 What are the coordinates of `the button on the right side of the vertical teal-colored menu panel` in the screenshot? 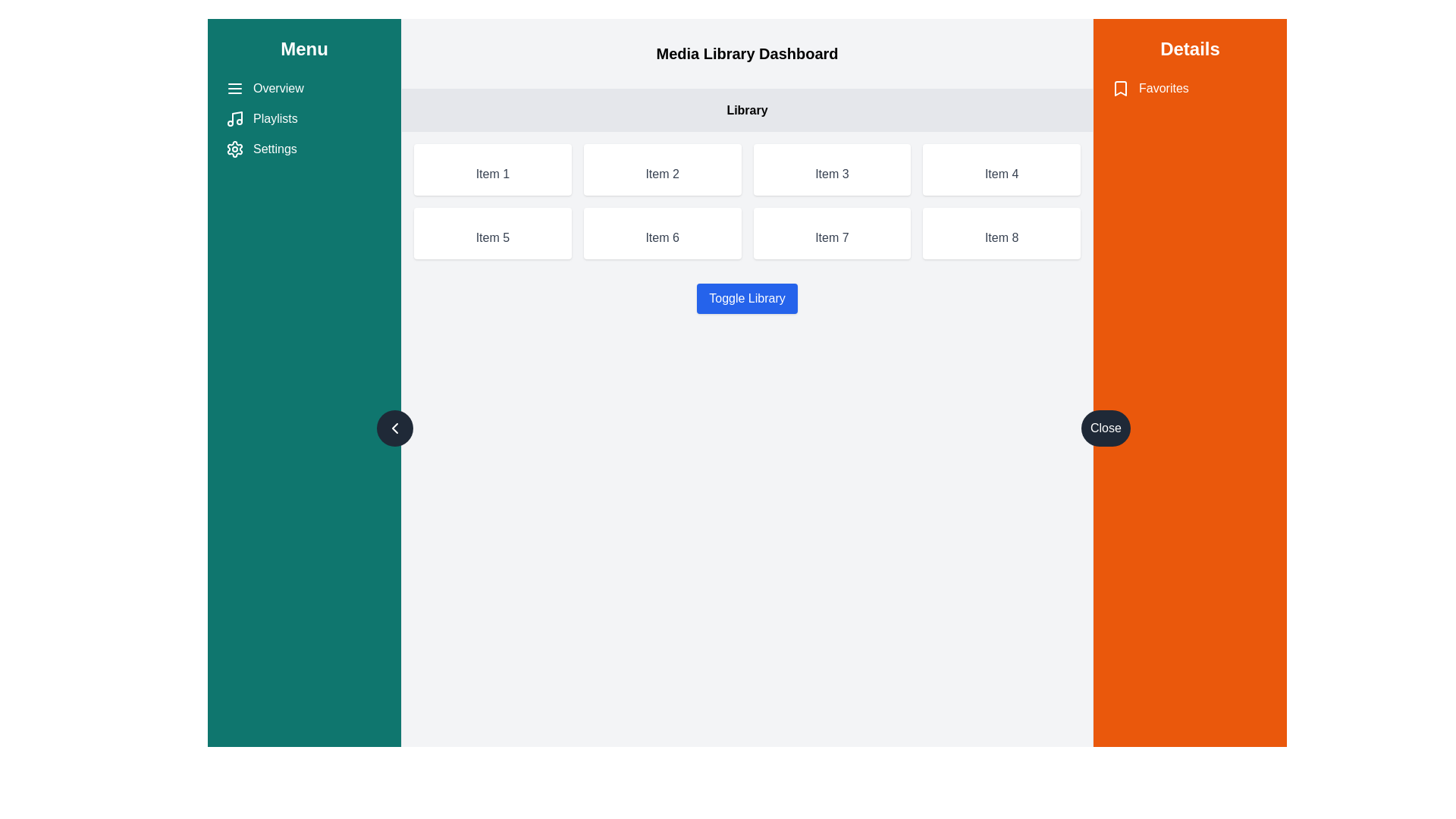 It's located at (395, 428).